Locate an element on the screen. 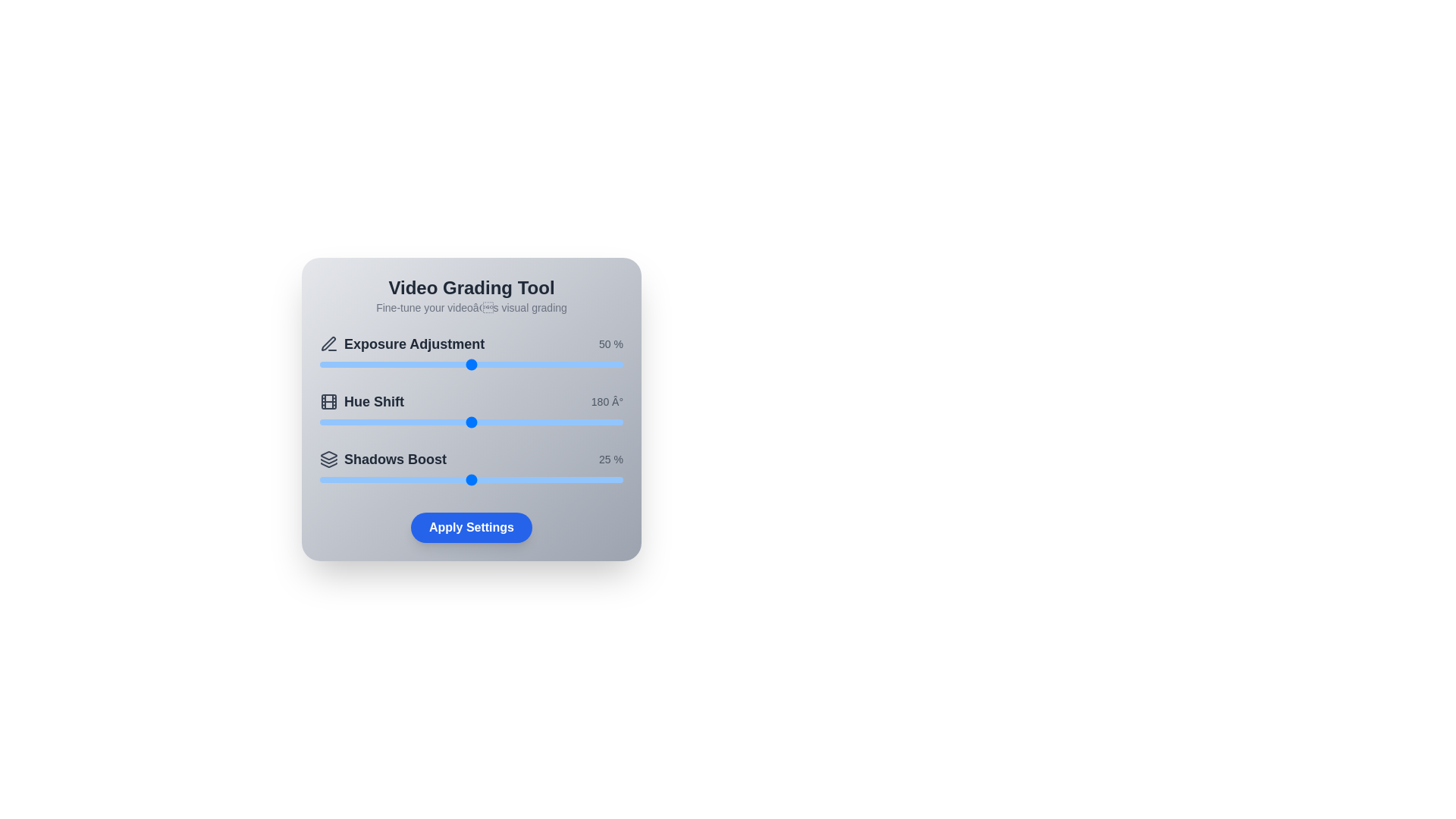  the 'Shadows Boost' slider is located at coordinates (502, 479).